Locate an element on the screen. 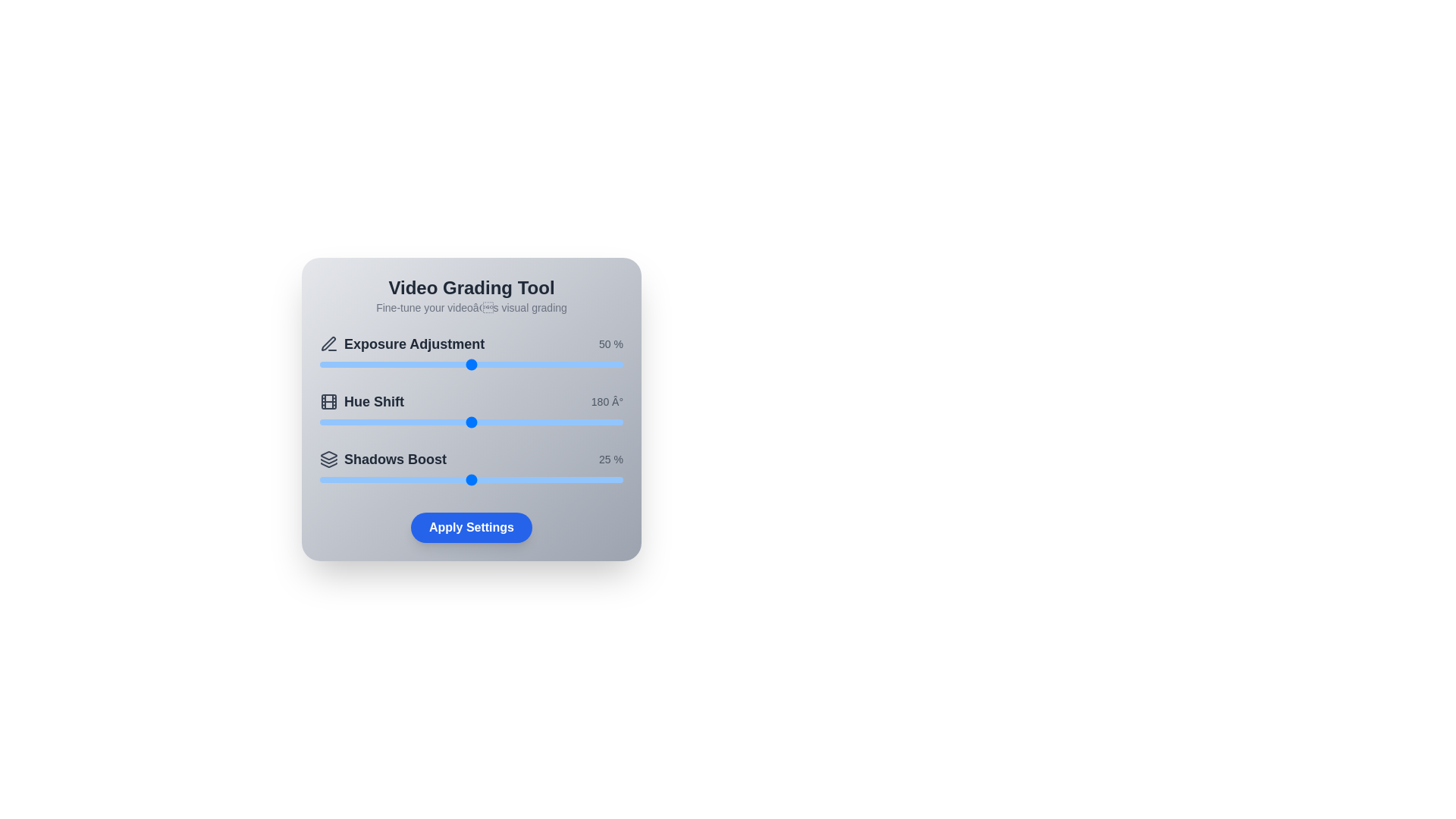  the 'Shadows Boost' slider is located at coordinates (502, 479).